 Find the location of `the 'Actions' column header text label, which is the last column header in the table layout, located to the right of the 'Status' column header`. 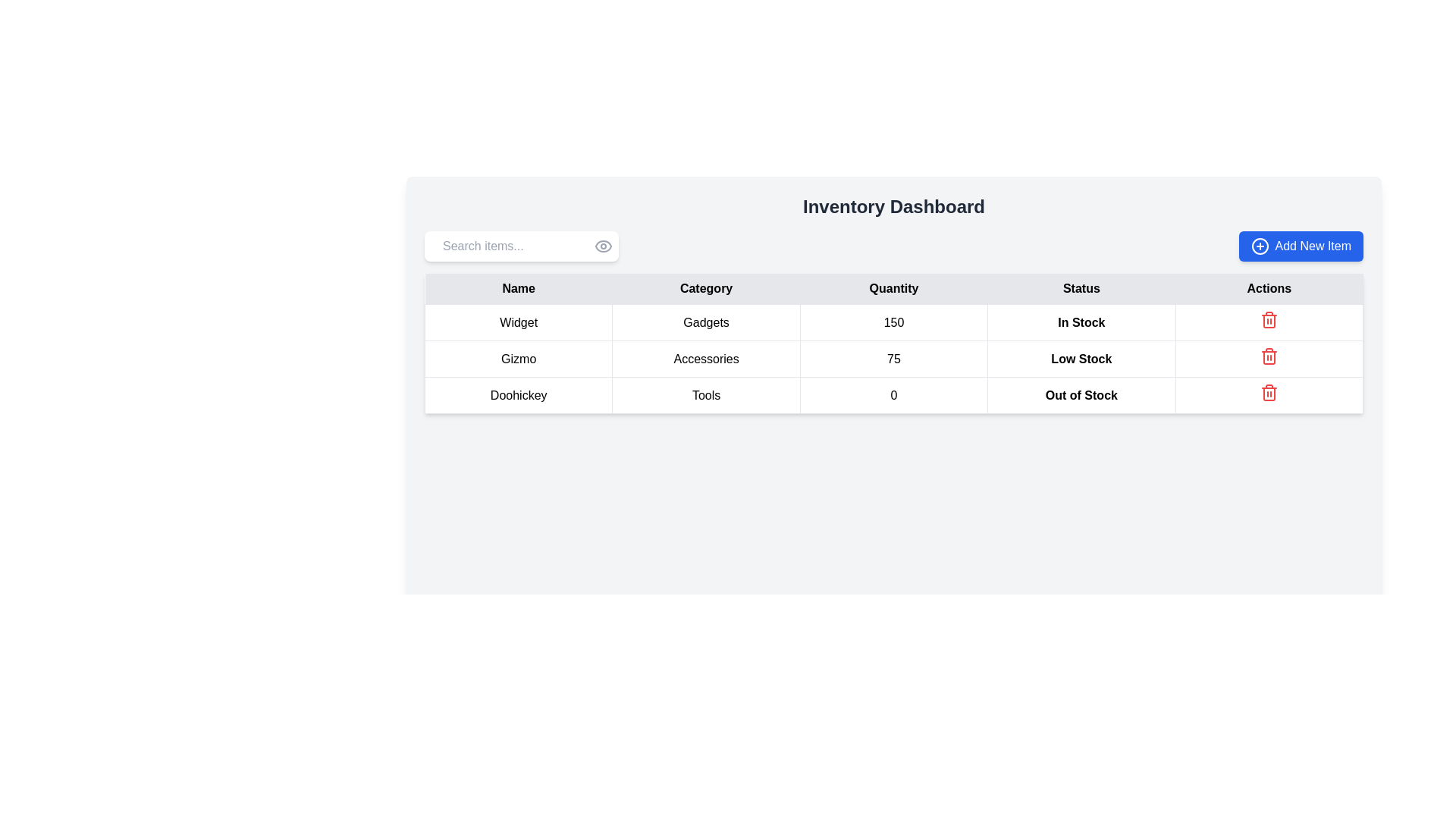

the 'Actions' column header text label, which is the last column header in the table layout, located to the right of the 'Status' column header is located at coordinates (1269, 289).